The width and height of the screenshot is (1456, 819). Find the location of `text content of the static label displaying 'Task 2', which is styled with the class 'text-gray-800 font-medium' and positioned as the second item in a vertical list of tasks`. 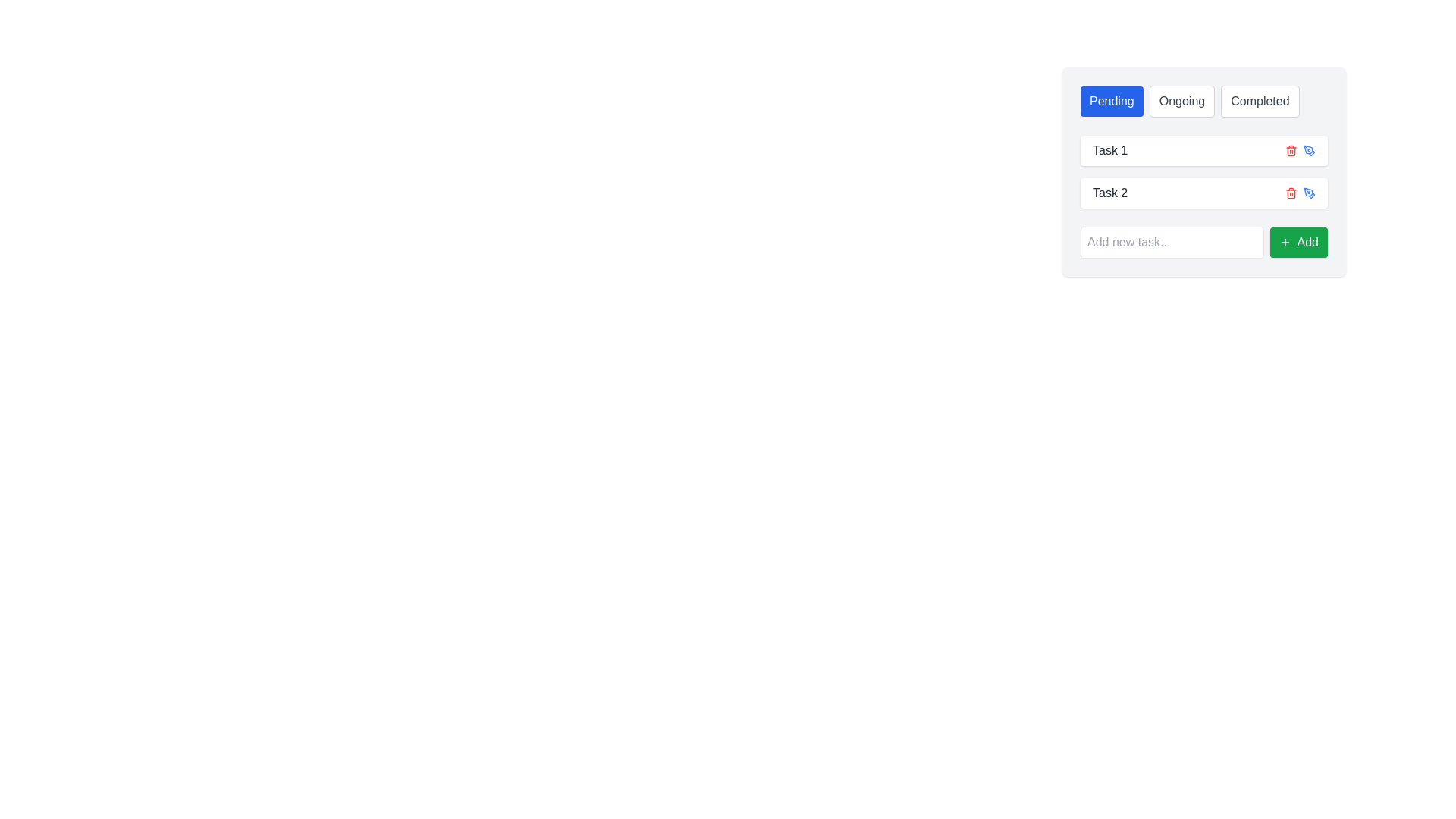

text content of the static label displaying 'Task 2', which is styled with the class 'text-gray-800 font-medium' and positioned as the second item in a vertical list of tasks is located at coordinates (1110, 192).